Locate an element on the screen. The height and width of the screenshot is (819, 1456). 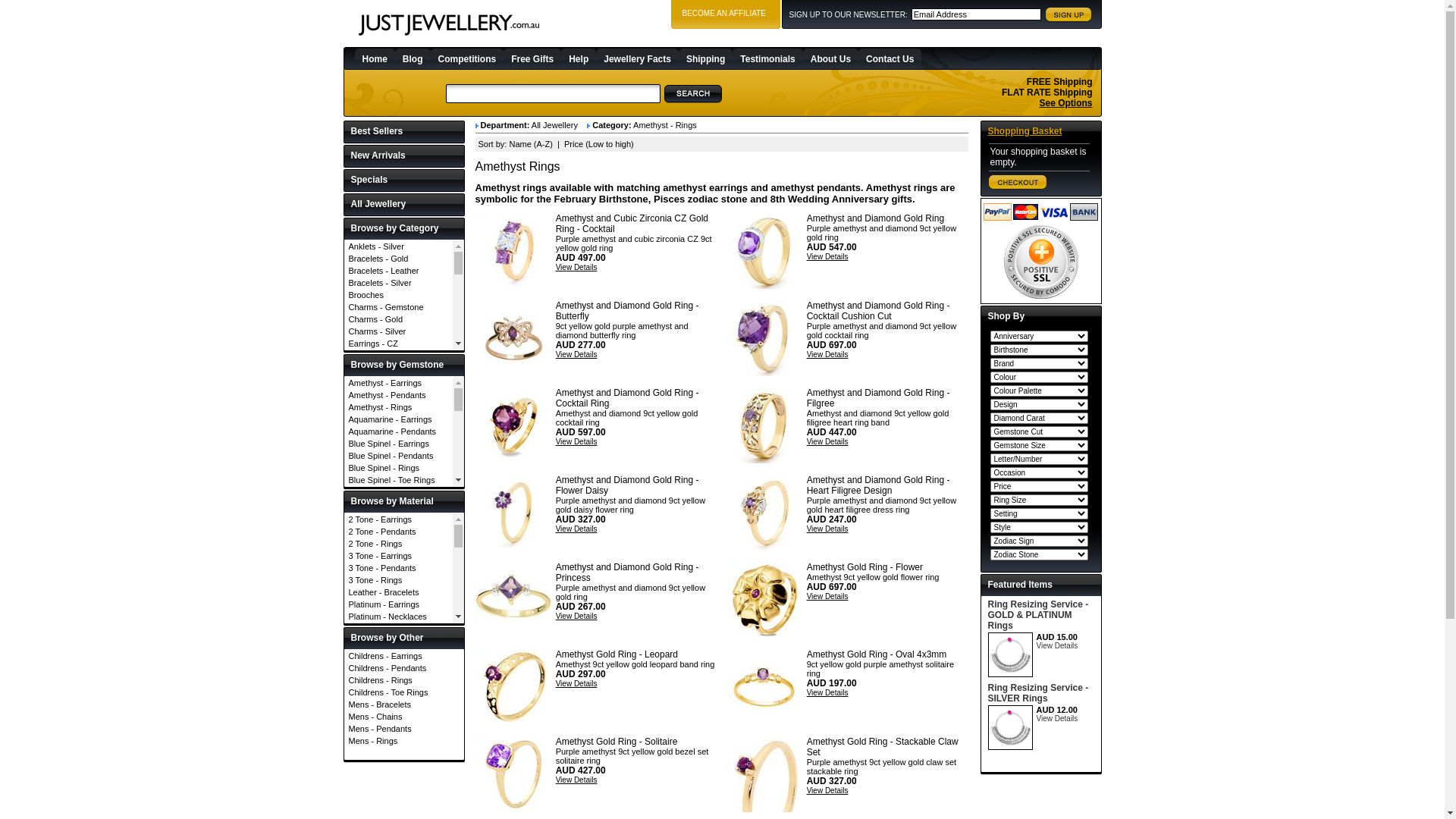
'Just Jewellery' is located at coordinates (447, 25).